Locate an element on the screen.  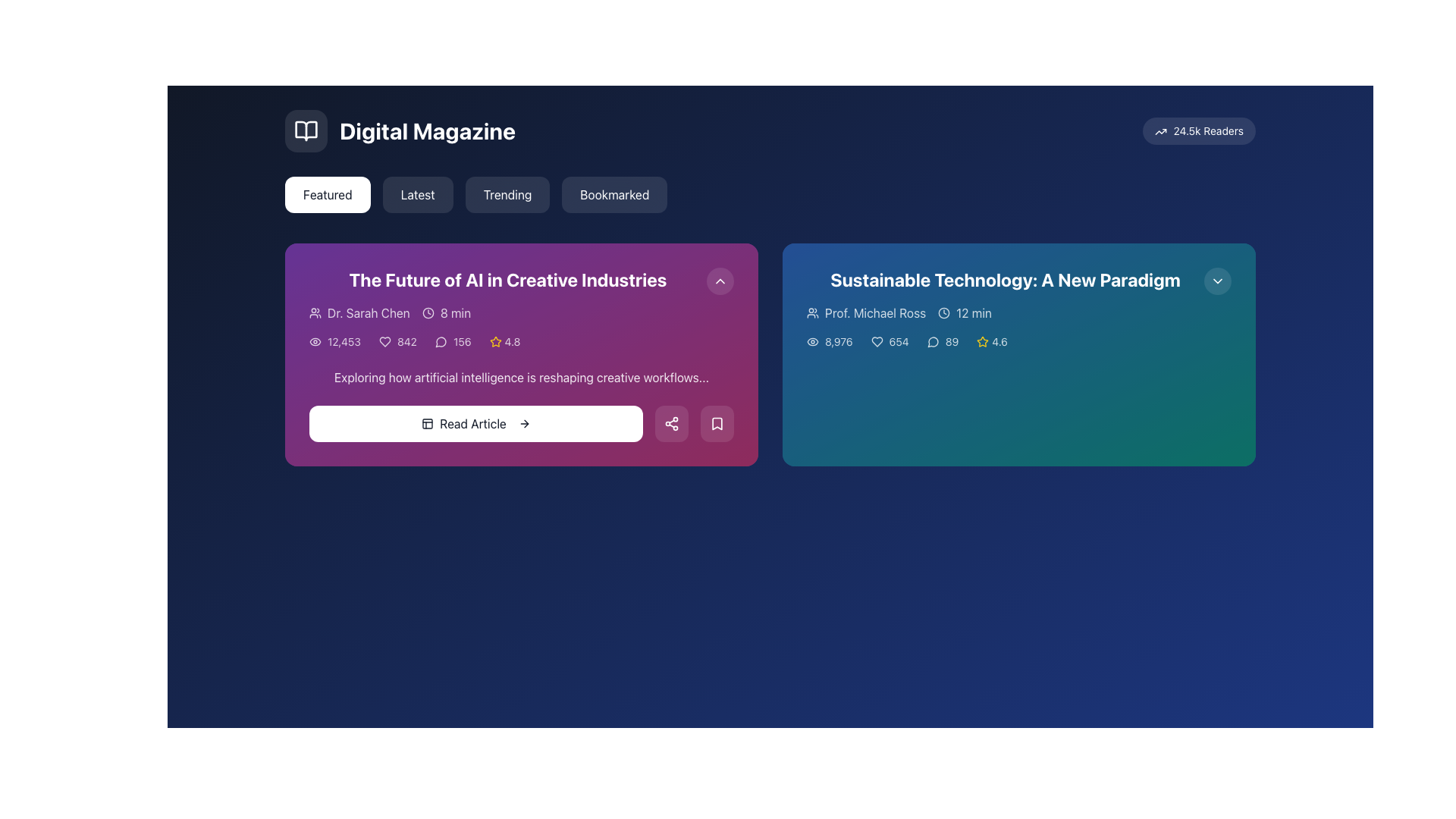
the likes or favorites icon located on the right card titled 'Sustainable Technology: A New Paradigm', which is the second icon in the sequence of engagement stats icons is located at coordinates (877, 342).